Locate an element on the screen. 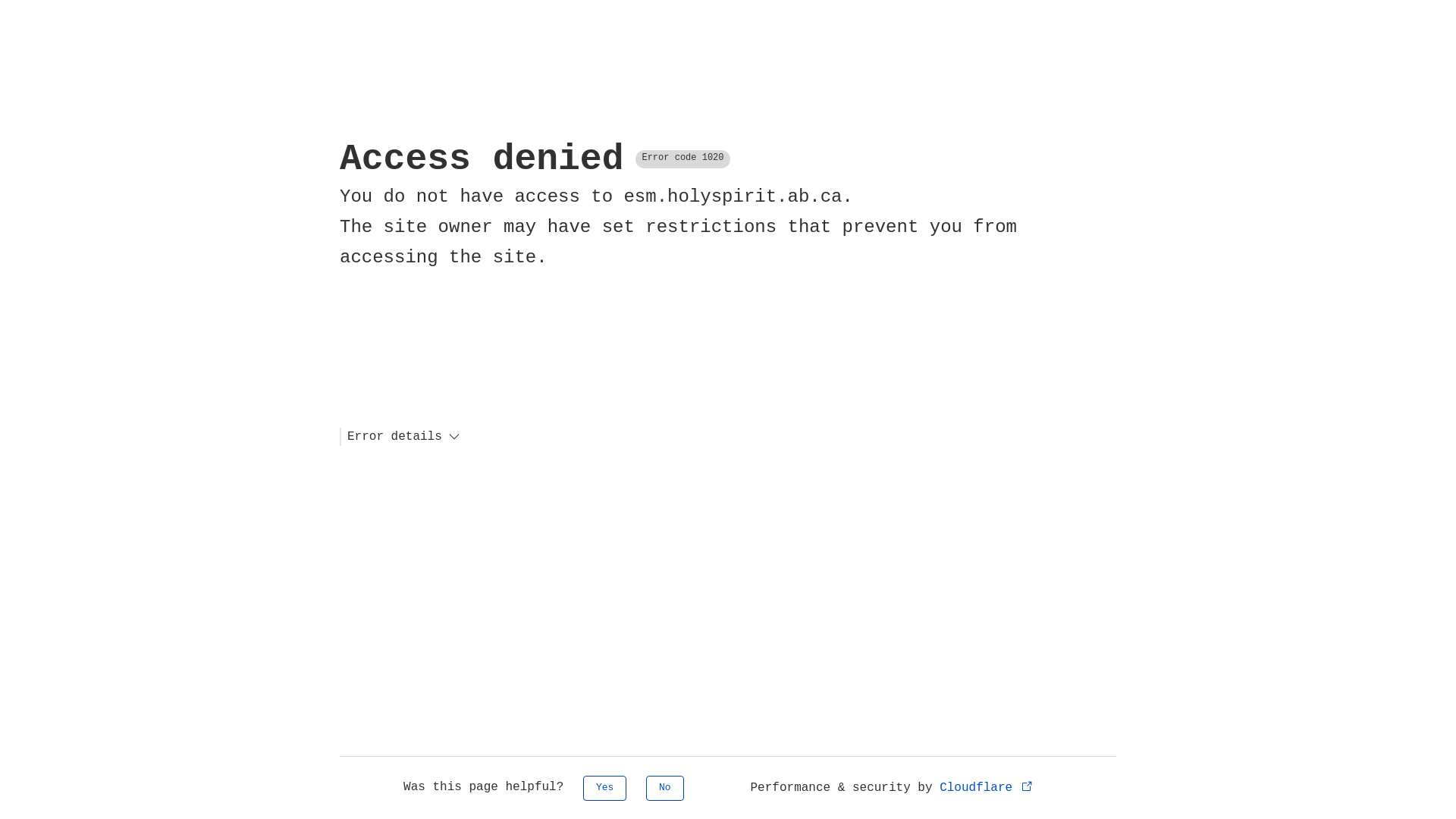  'No' is located at coordinates (665, 787).